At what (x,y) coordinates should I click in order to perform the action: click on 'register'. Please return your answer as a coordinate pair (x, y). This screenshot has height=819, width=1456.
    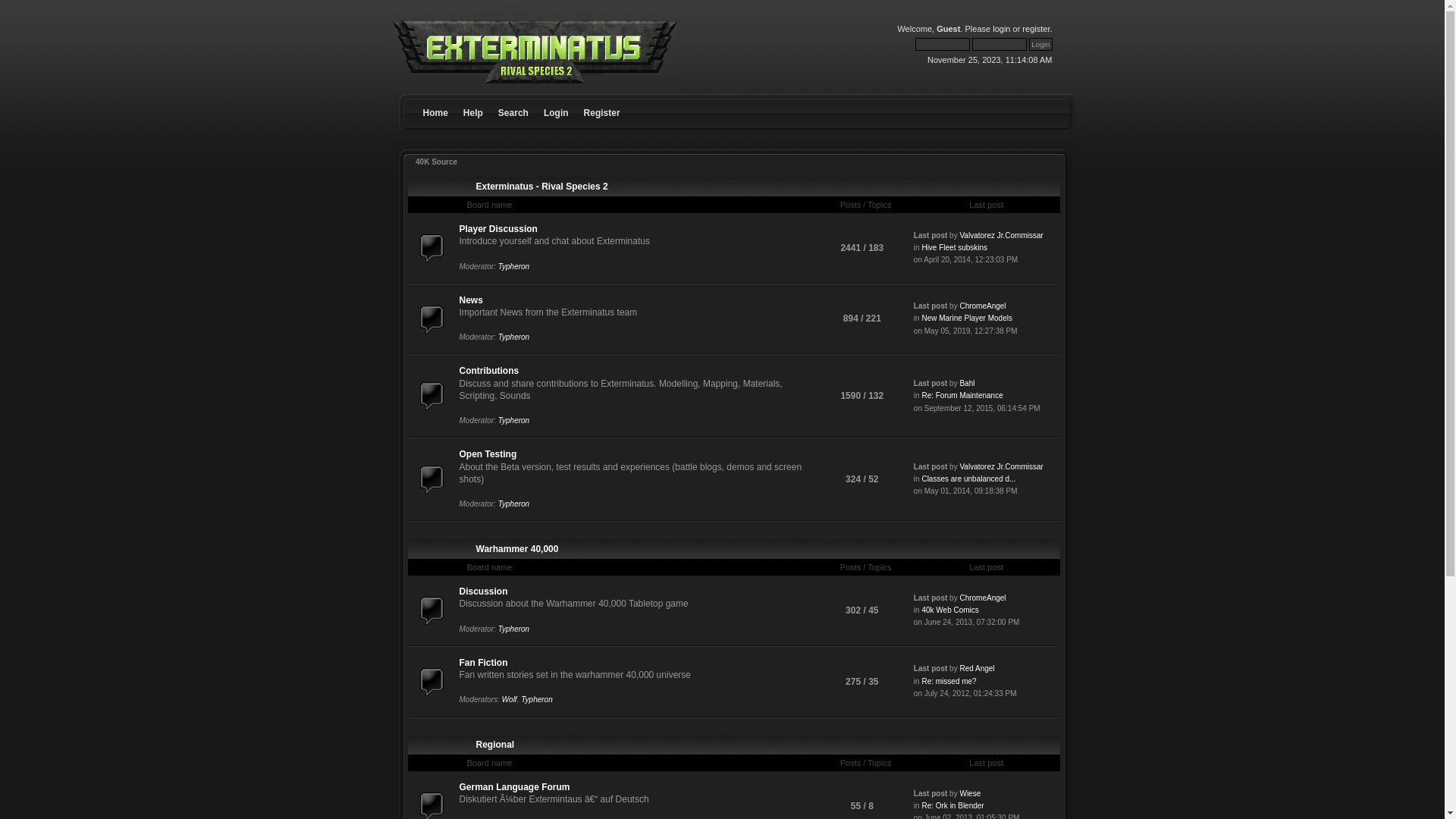
    Looking at the image, I should click on (1035, 29).